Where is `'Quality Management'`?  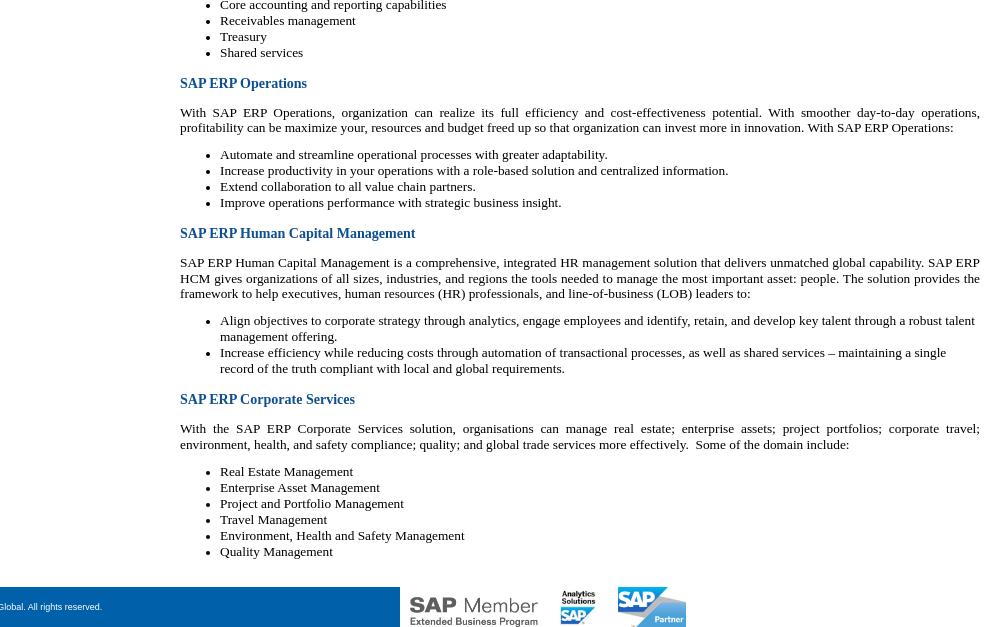
'Quality Management' is located at coordinates (274, 551).